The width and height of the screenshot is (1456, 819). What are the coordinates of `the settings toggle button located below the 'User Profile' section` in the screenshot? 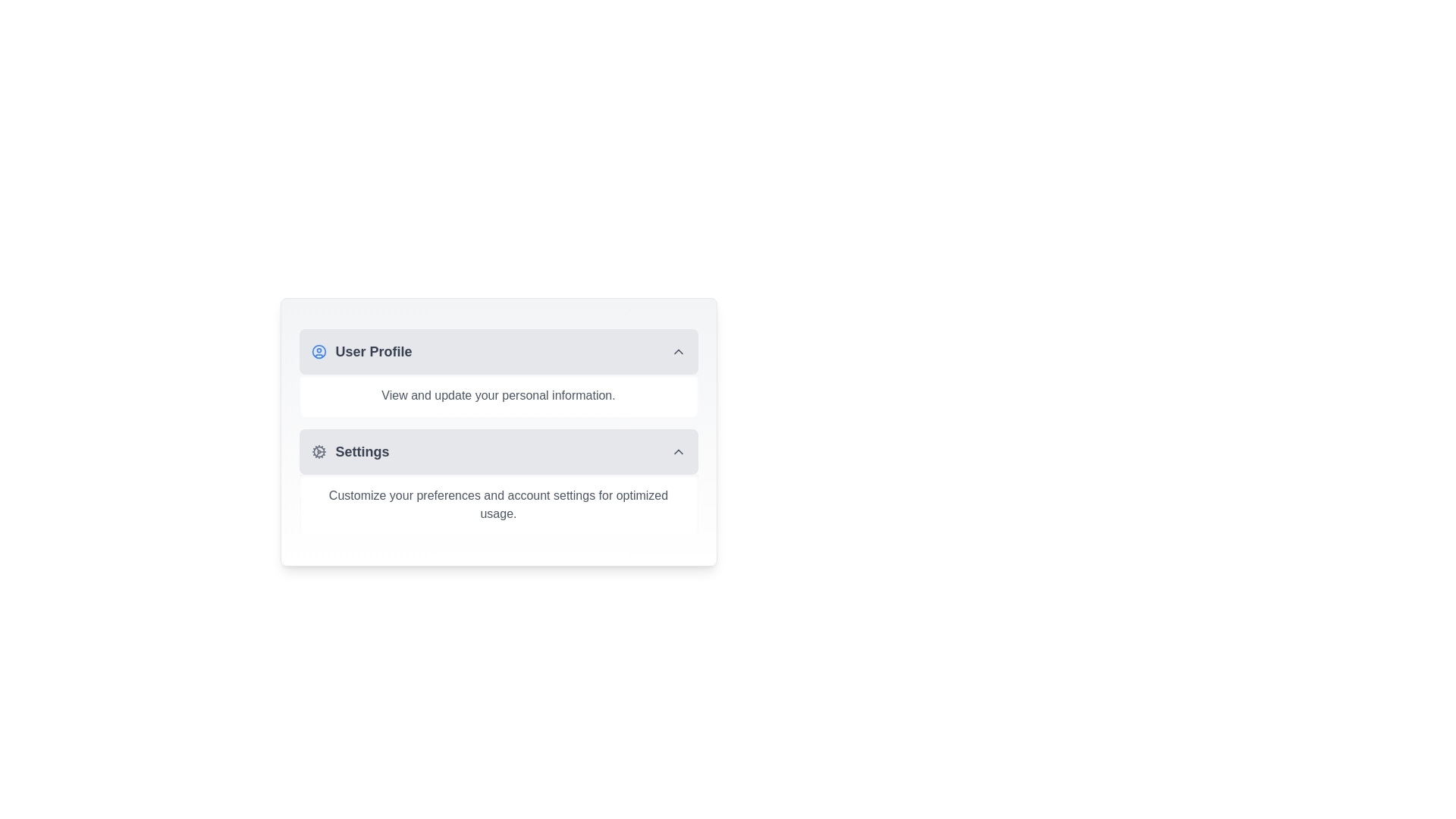 It's located at (498, 451).